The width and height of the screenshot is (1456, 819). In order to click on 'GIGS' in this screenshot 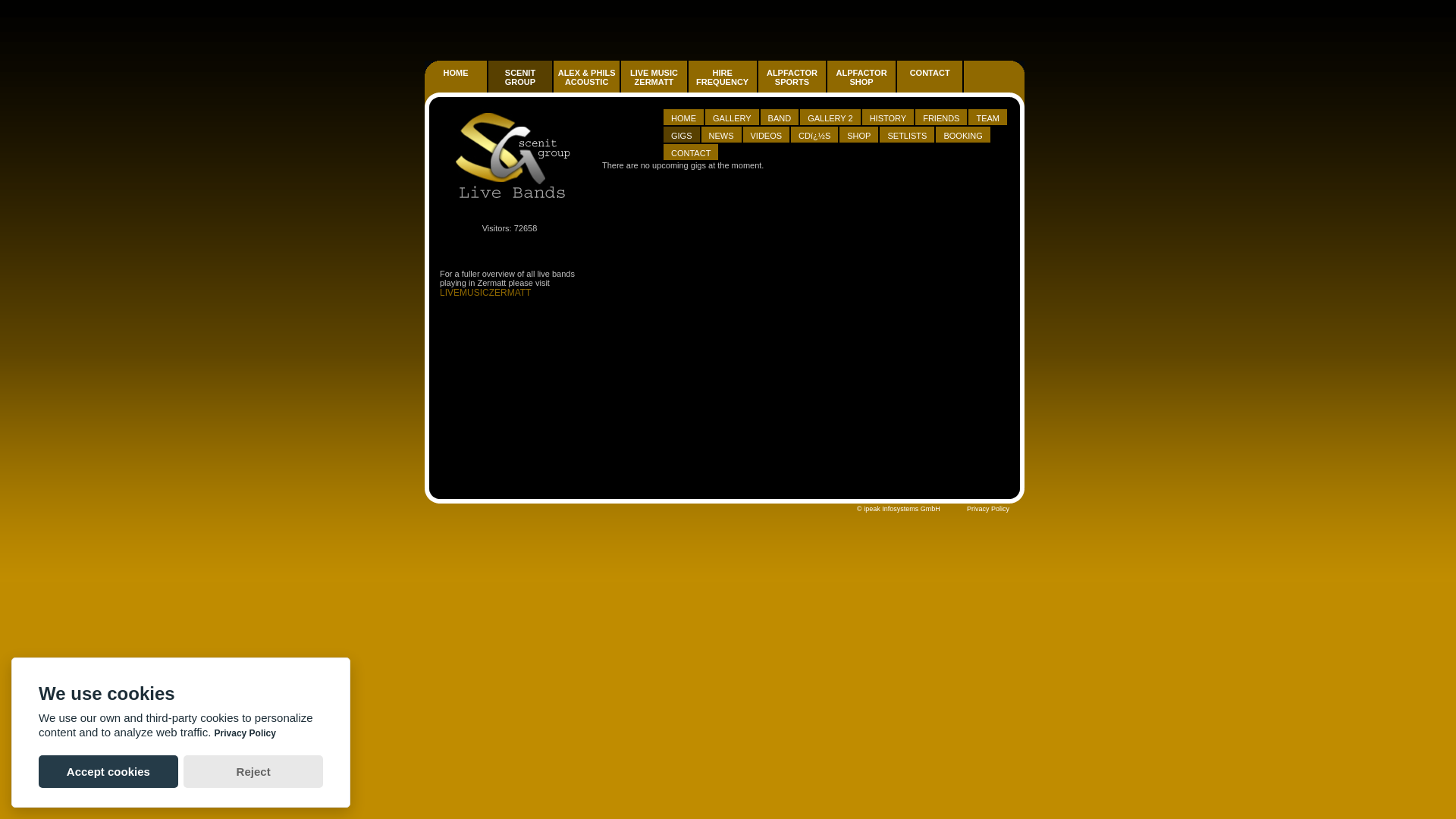, I will do `click(680, 134)`.